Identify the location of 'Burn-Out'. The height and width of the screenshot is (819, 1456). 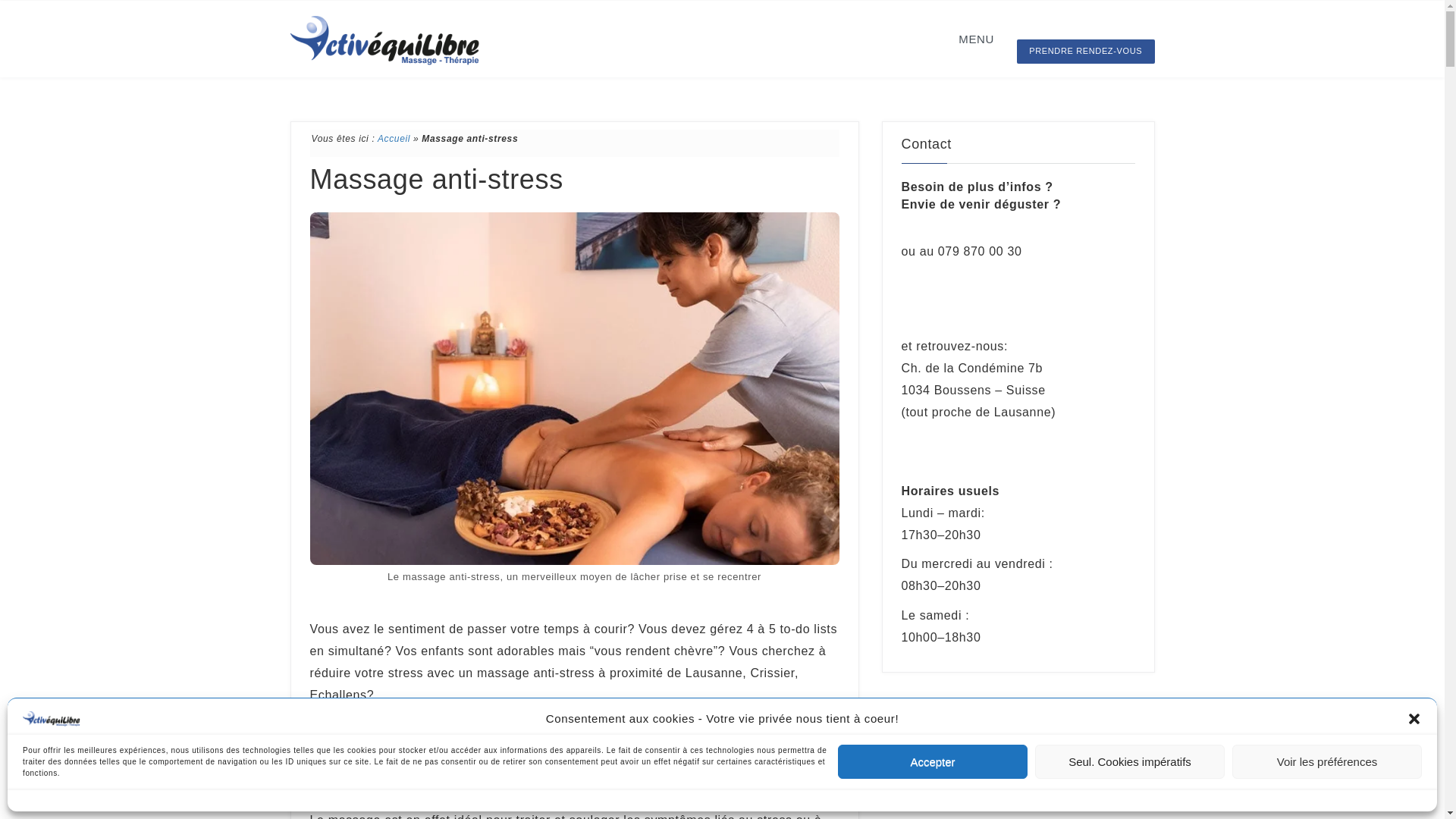
(747, 757).